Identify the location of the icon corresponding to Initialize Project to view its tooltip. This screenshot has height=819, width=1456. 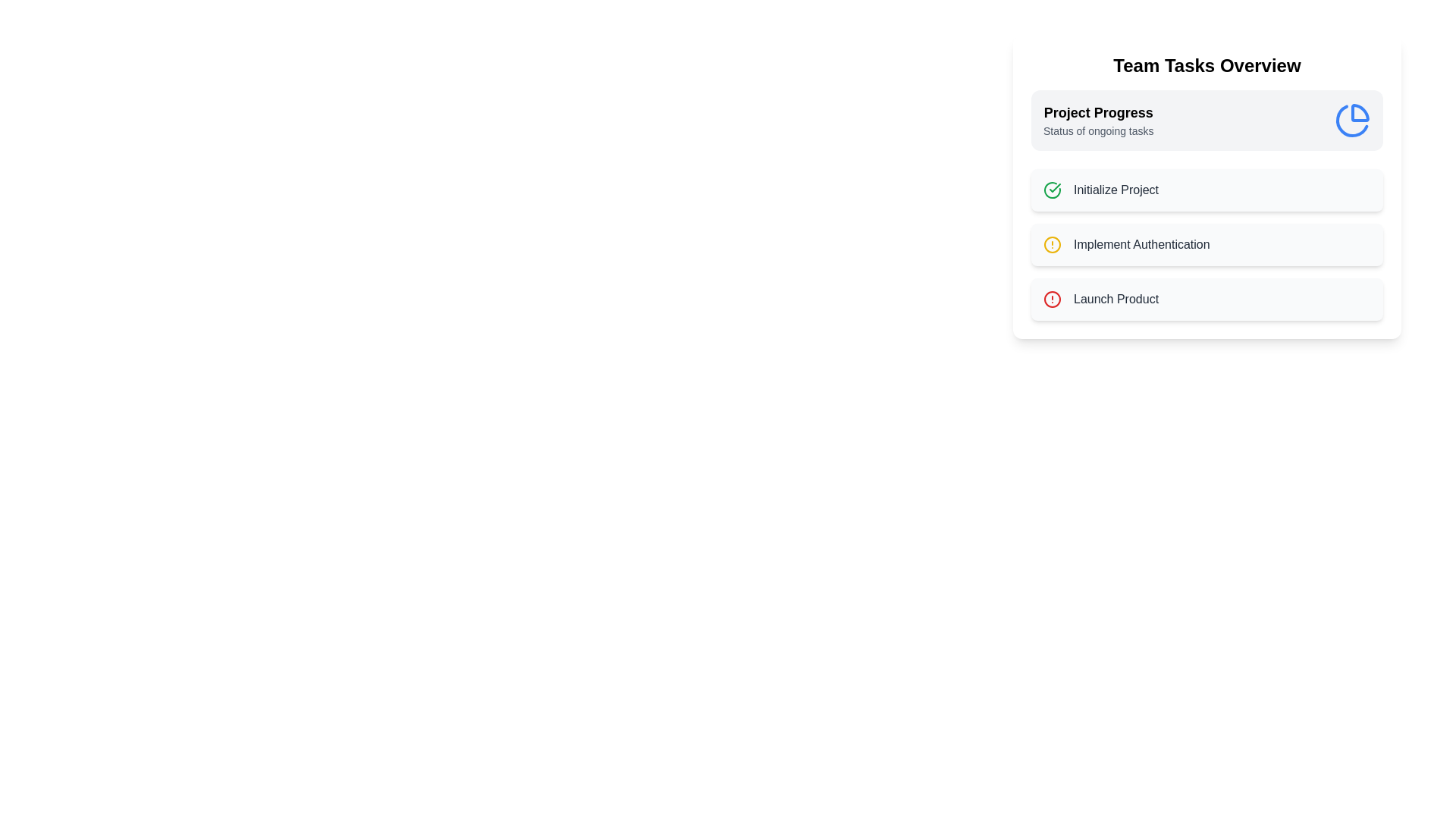
(1051, 189).